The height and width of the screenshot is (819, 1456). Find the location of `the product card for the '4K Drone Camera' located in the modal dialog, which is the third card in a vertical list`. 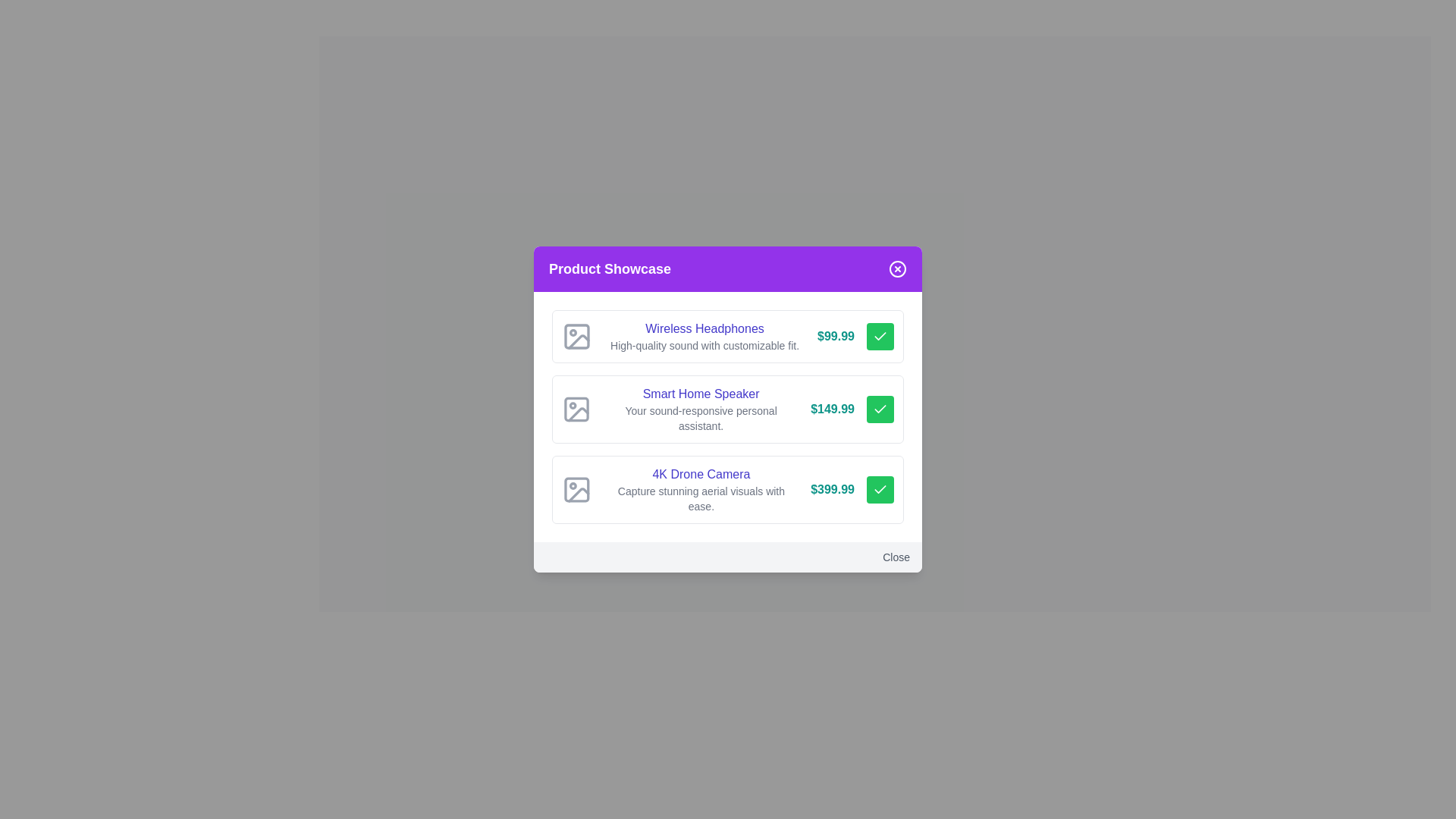

the product card for the '4K Drone Camera' located in the modal dialog, which is the third card in a vertical list is located at coordinates (728, 489).